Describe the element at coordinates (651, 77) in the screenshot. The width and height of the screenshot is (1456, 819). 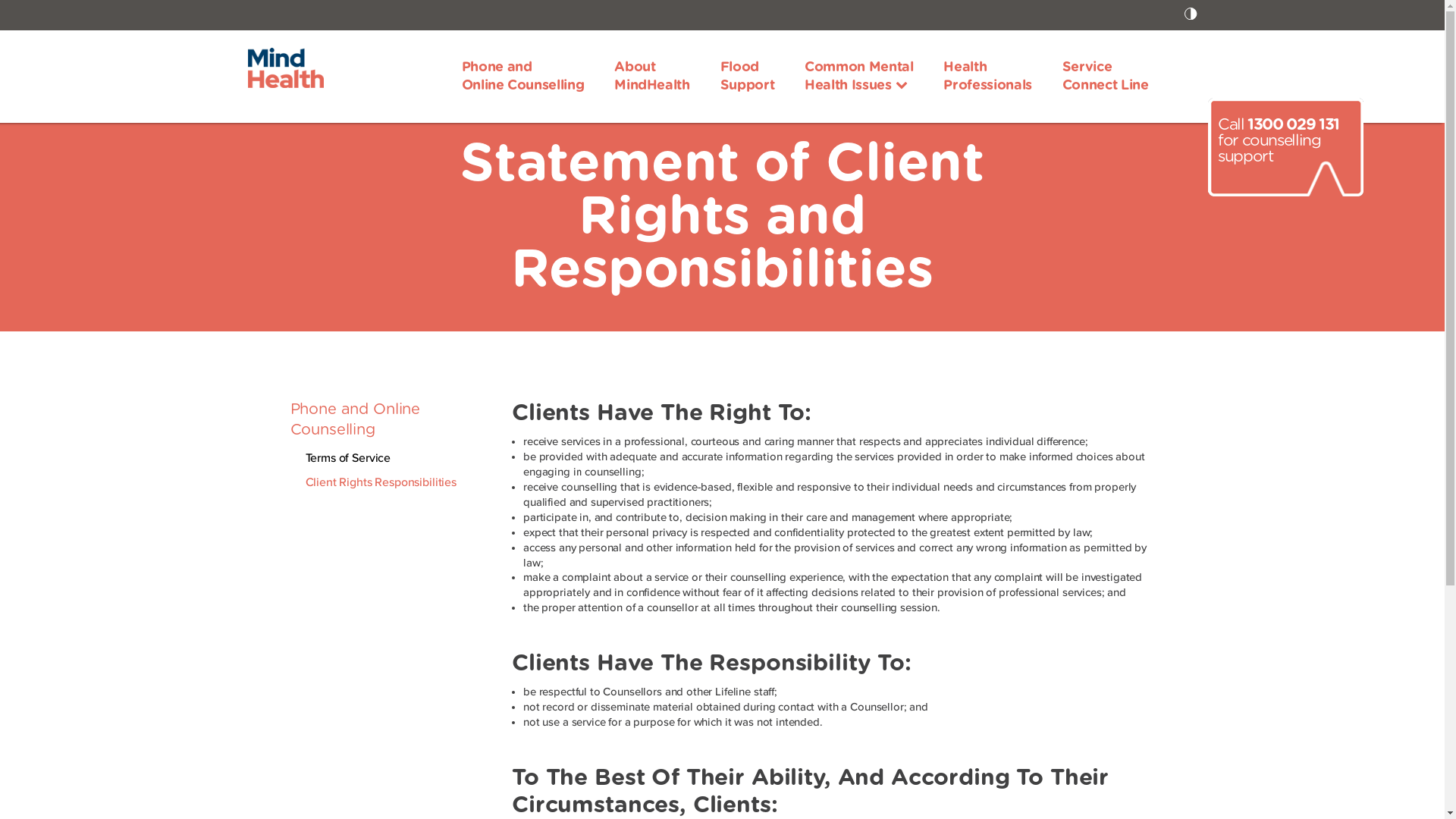
I see `'About` at that location.